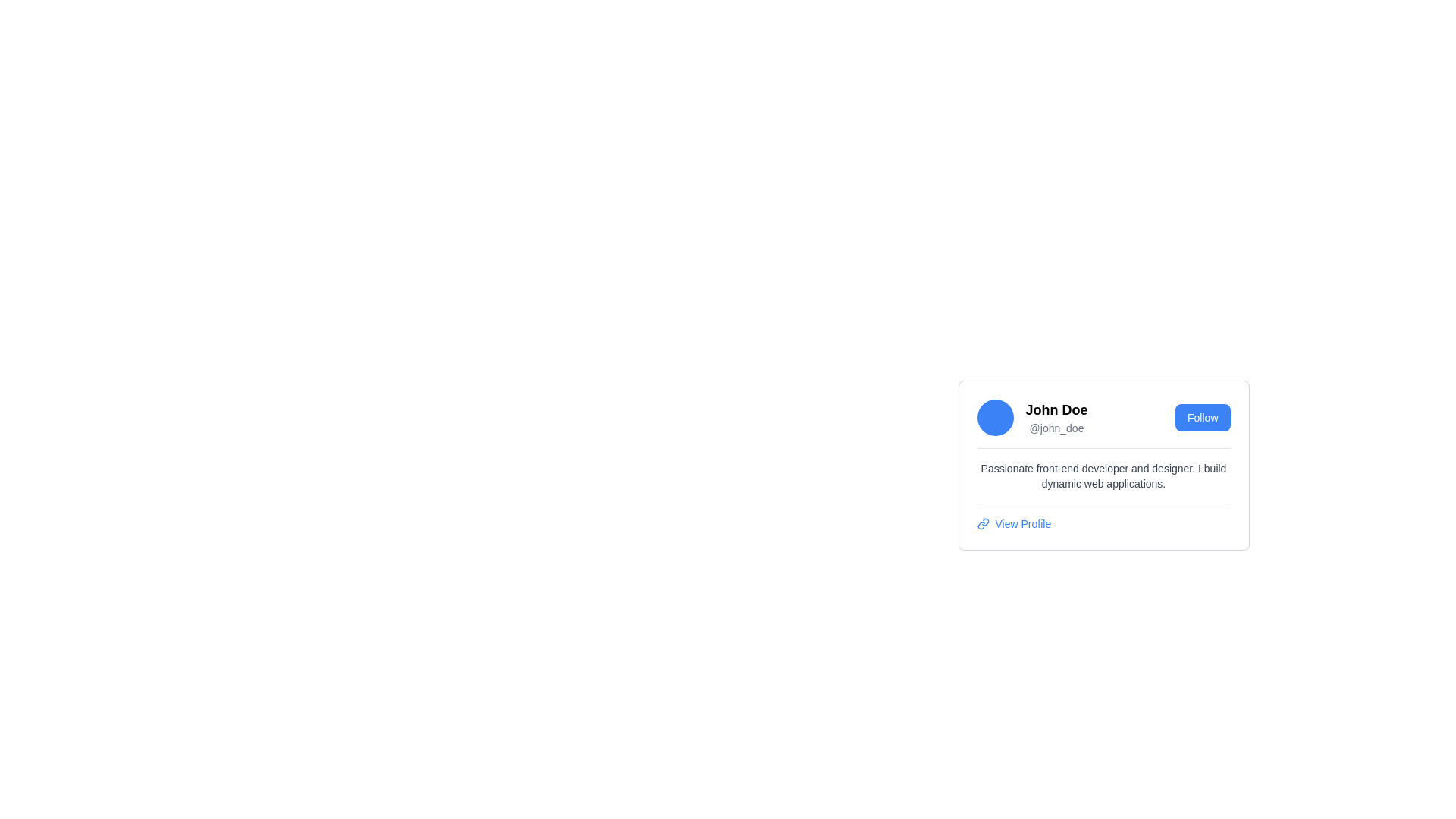  What do you see at coordinates (981, 525) in the screenshot?
I see `the bottom section of the chain link icon within the SVG graphic, which emphasizes the hyperlink for 'View Profile'` at bounding box center [981, 525].